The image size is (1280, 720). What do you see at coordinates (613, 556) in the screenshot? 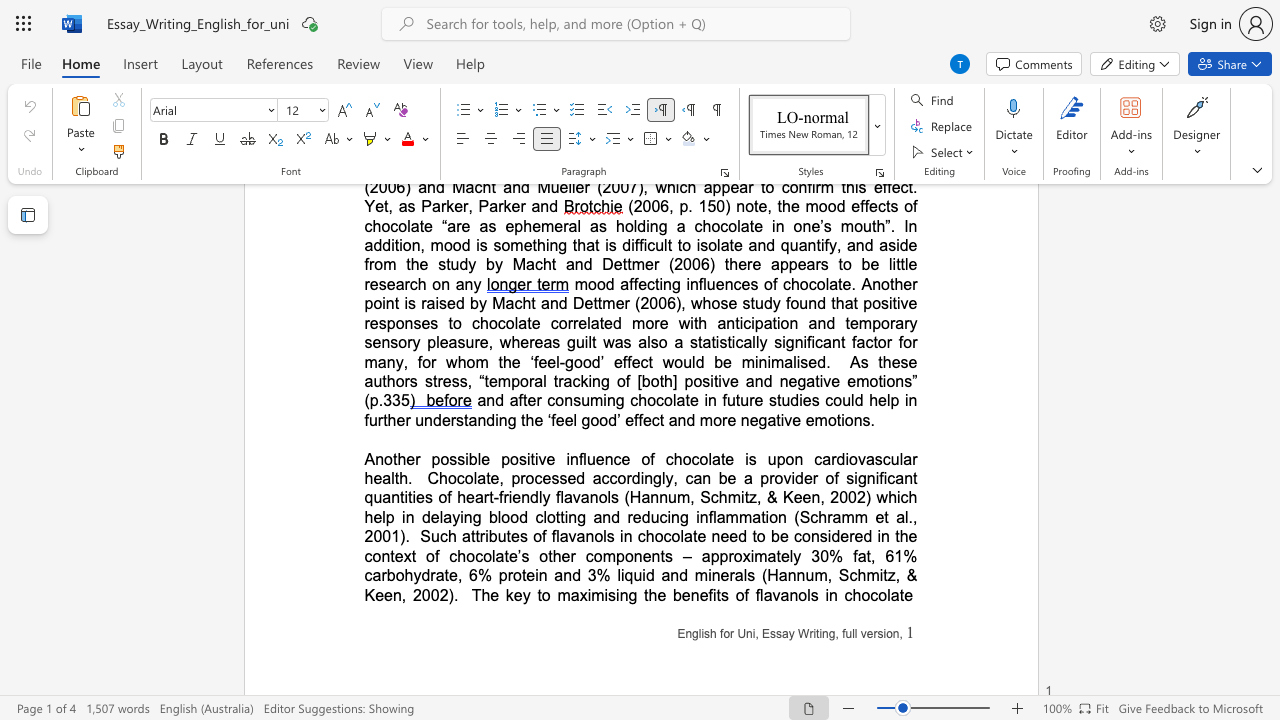
I see `the space between the continuous character "m" and "p" in the text` at bounding box center [613, 556].